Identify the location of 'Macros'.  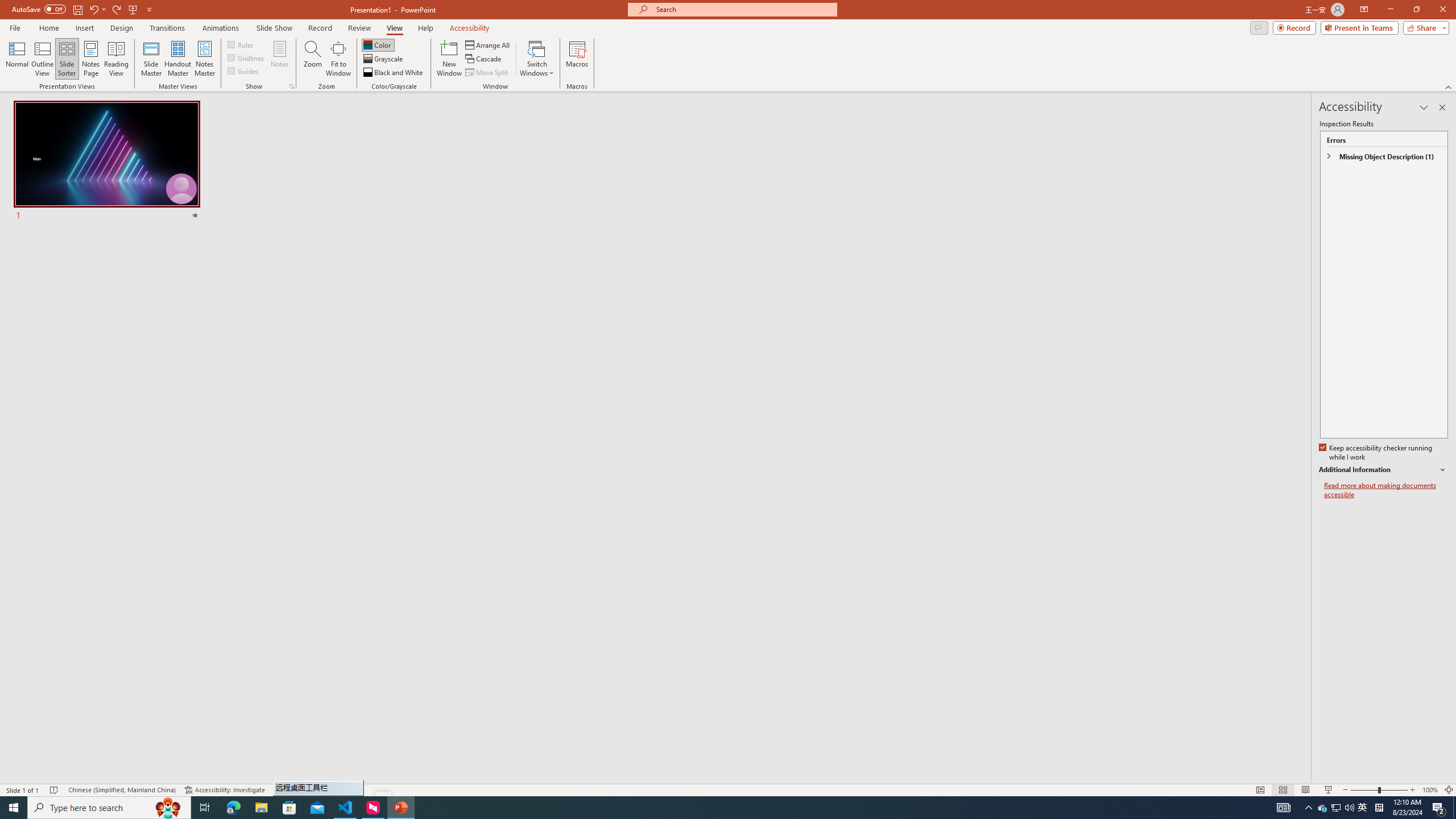
(577, 59).